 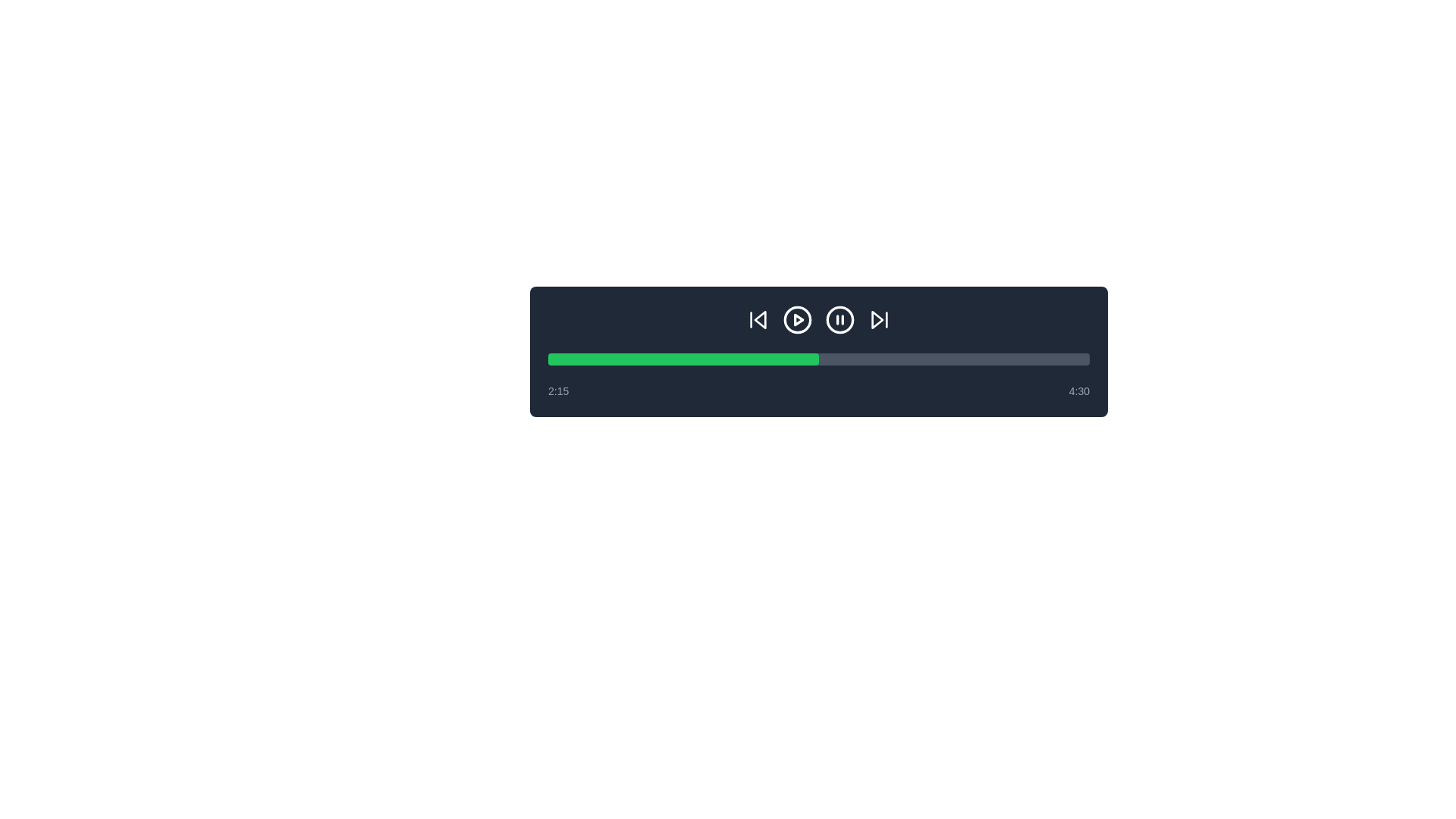 What do you see at coordinates (758, 318) in the screenshot?
I see `the 'Skip Back' button, which is the first control button from the left in the media control panel` at bounding box center [758, 318].